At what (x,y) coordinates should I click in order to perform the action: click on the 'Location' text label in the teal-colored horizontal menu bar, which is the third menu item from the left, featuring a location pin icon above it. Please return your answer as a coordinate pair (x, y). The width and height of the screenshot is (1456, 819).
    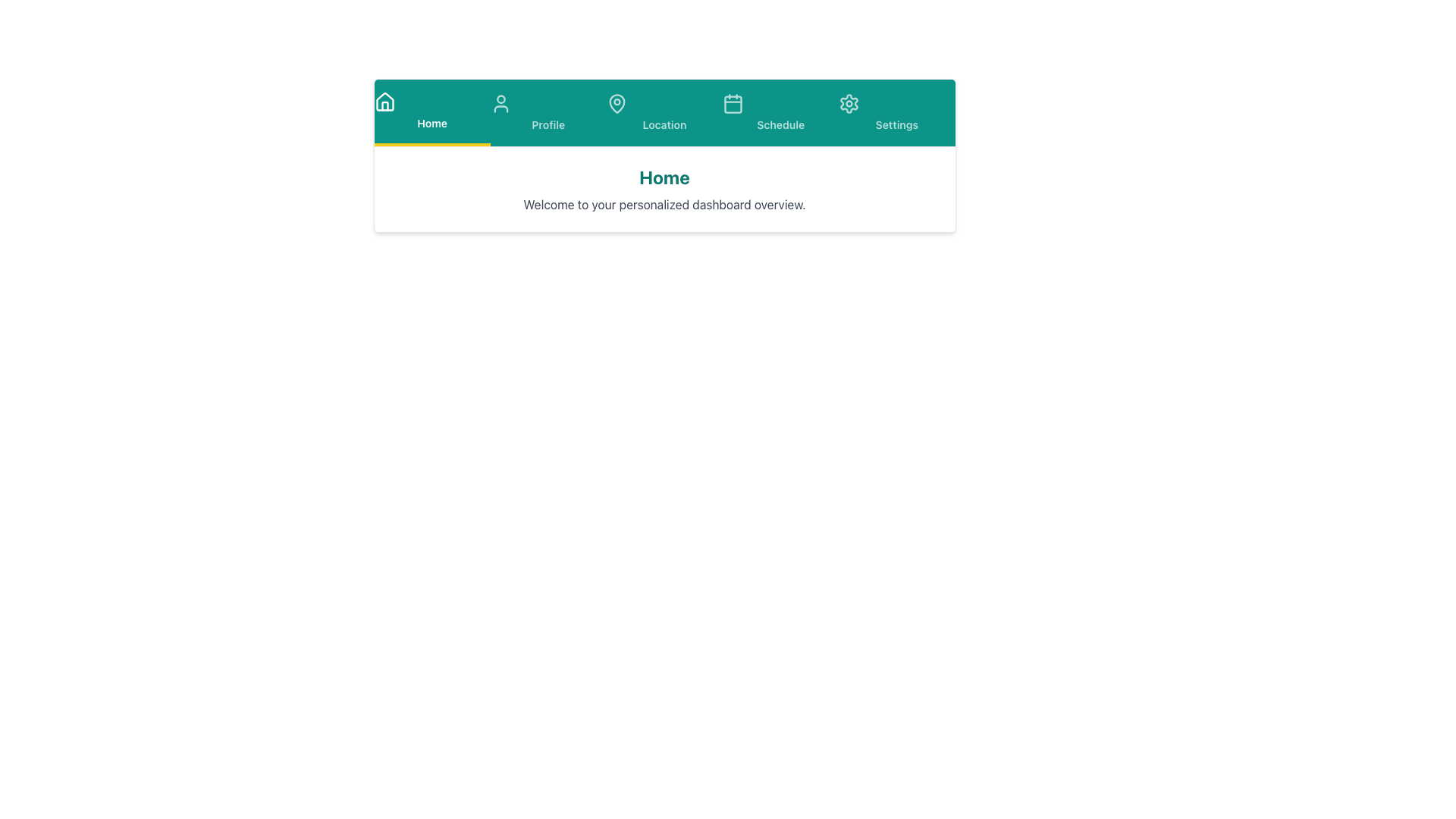
    Looking at the image, I should click on (664, 124).